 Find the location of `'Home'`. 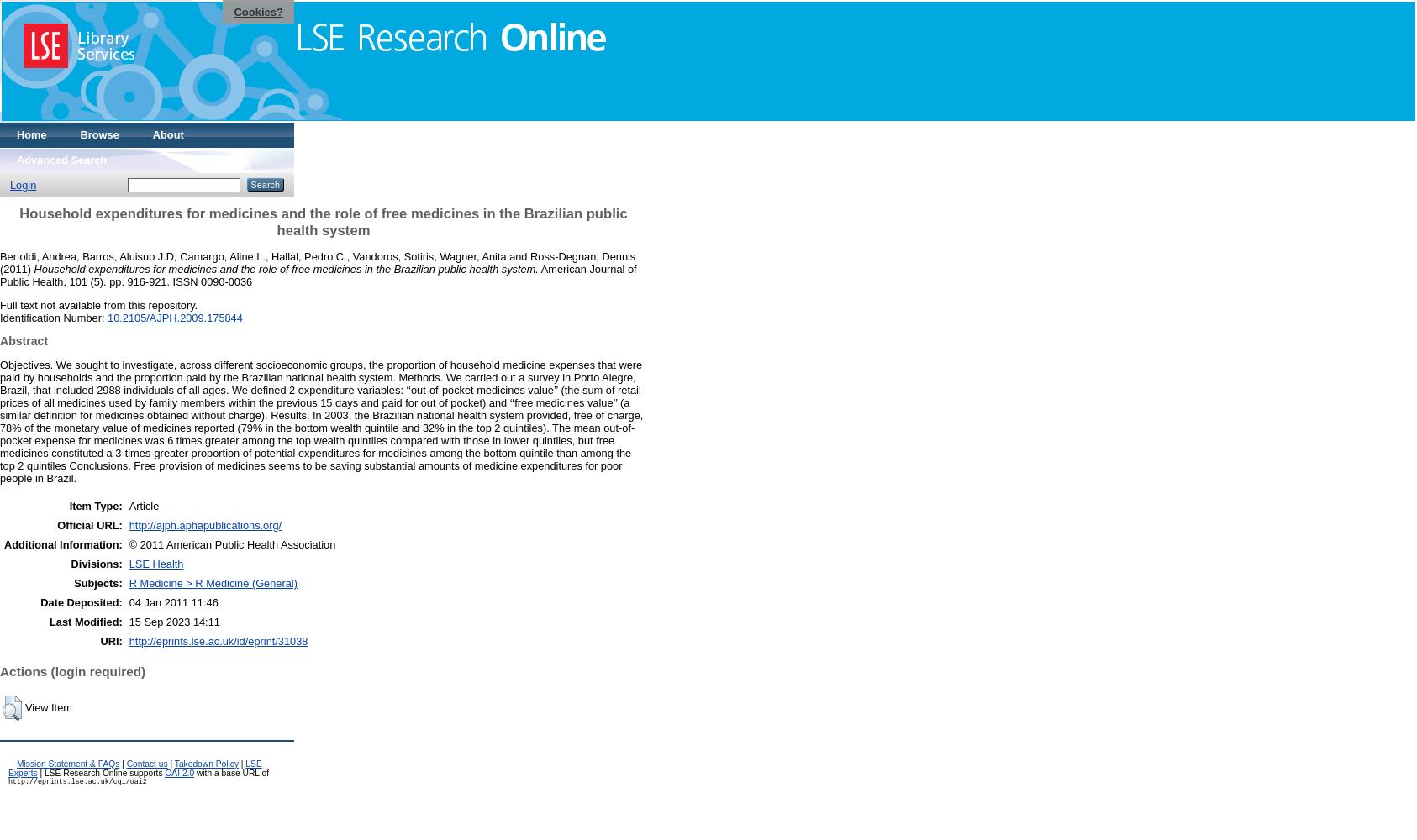

'Home' is located at coordinates (30, 134).